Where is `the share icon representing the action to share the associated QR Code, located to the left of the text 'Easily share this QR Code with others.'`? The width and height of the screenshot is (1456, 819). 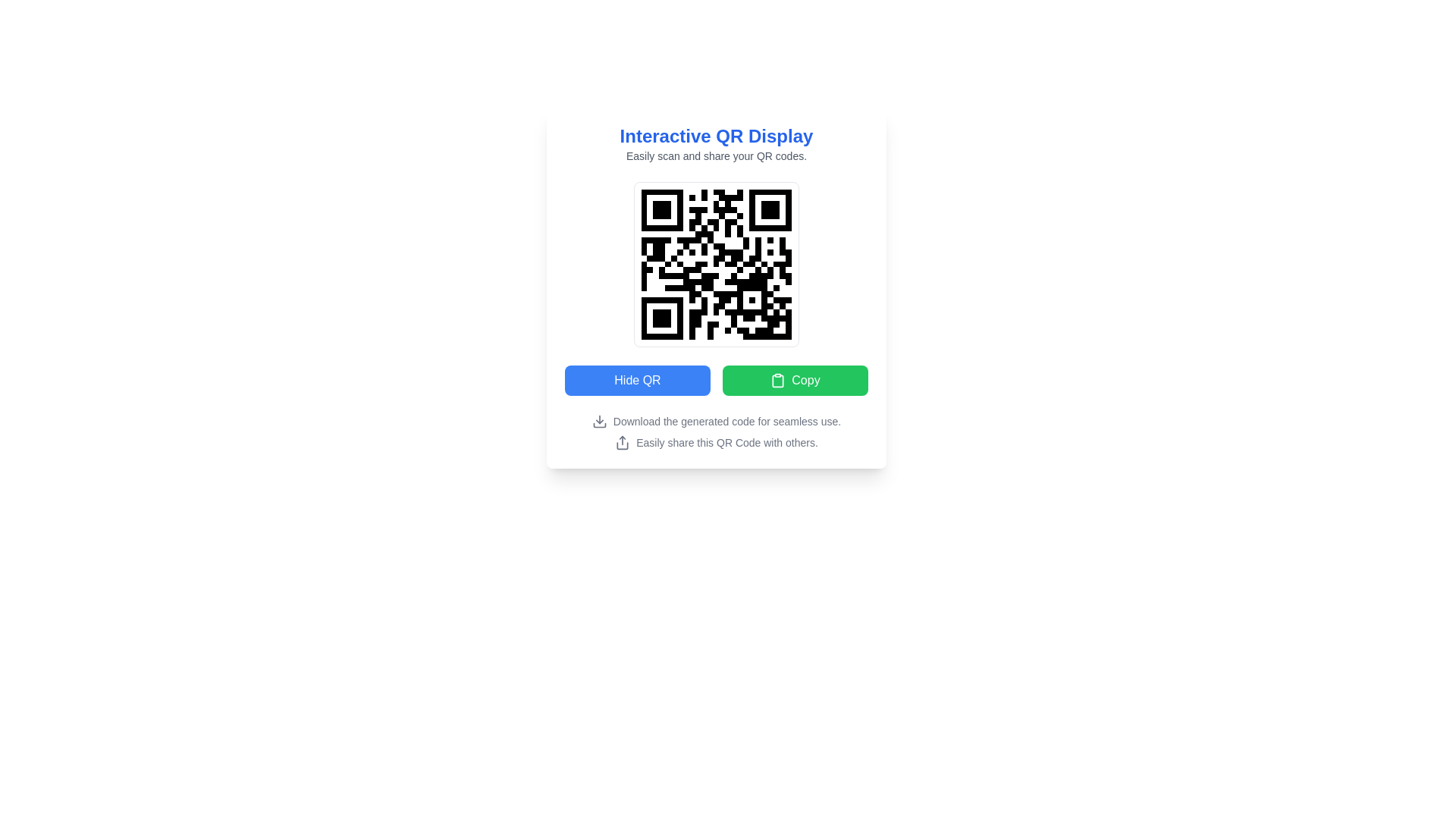 the share icon representing the action to share the associated QR Code, located to the left of the text 'Easily share this QR Code with others.' is located at coordinates (623, 442).